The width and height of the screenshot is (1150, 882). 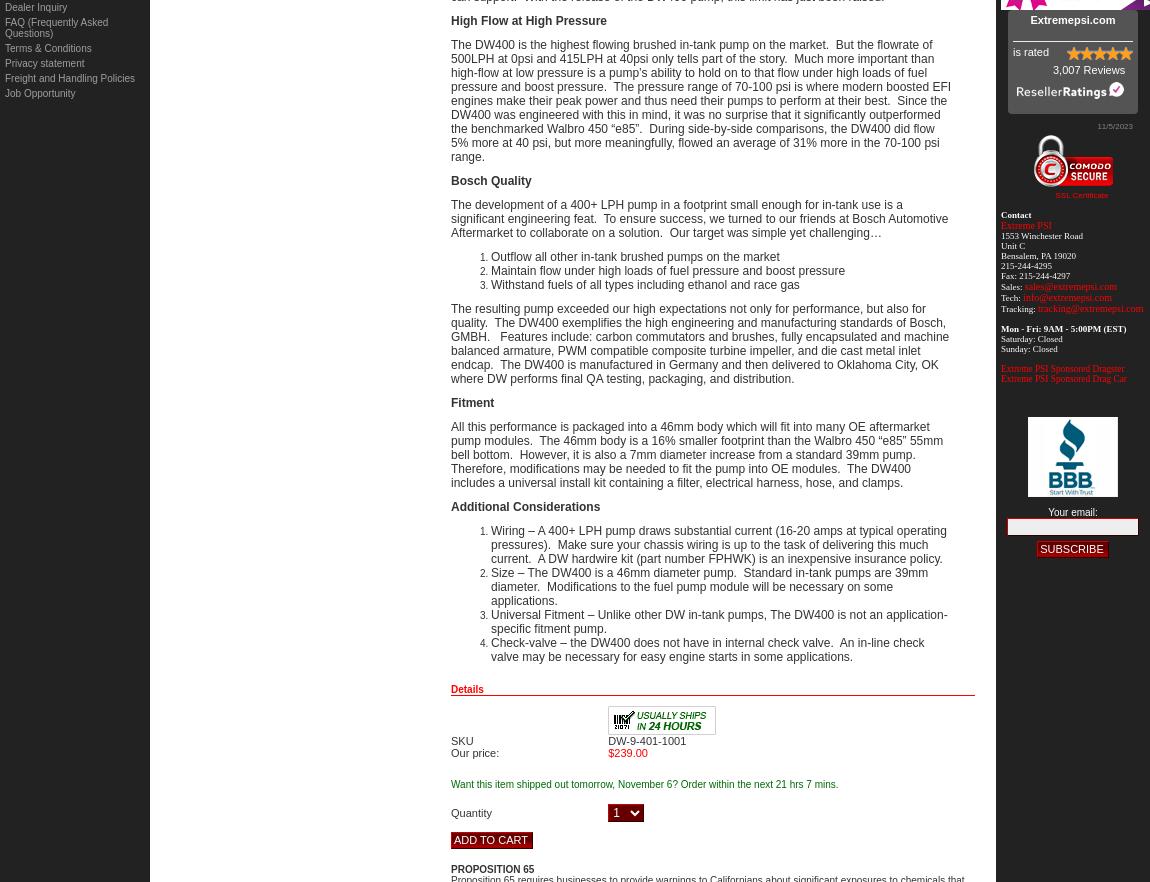 What do you see at coordinates (529, 20) in the screenshot?
I see `'High Flow at High Pressure'` at bounding box center [529, 20].